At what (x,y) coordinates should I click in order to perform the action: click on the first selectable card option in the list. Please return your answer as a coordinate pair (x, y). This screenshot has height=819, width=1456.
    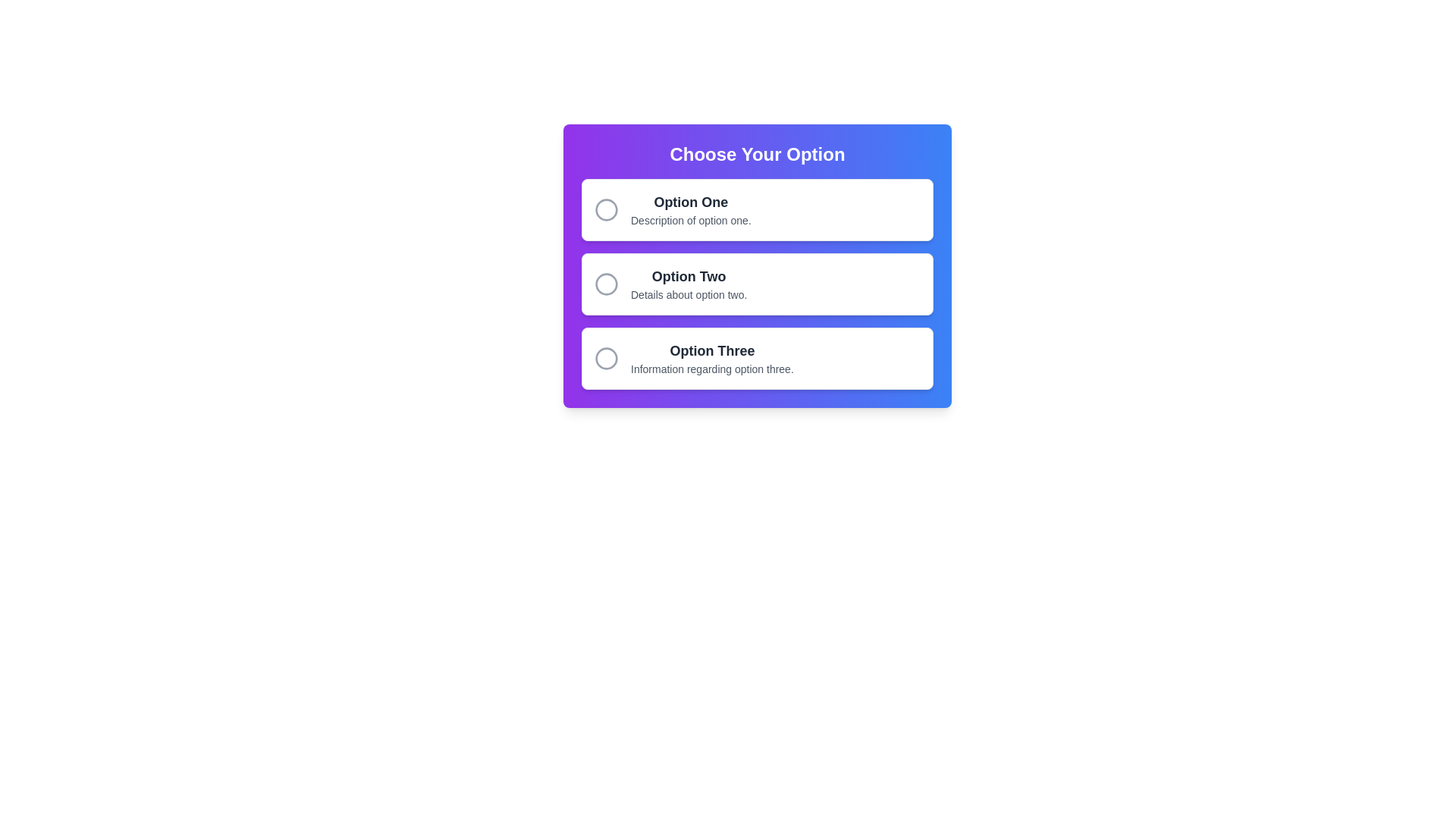
    Looking at the image, I should click on (757, 210).